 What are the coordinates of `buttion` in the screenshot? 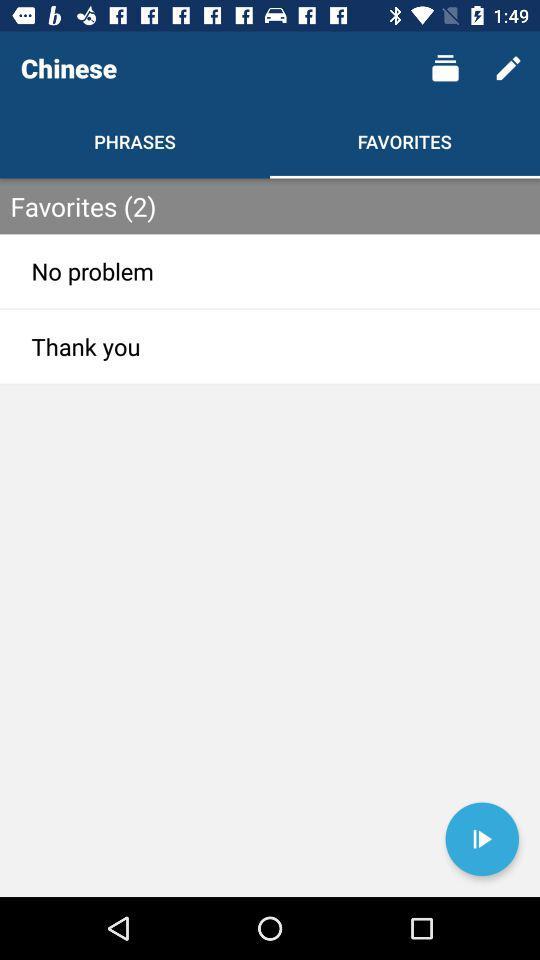 It's located at (481, 839).